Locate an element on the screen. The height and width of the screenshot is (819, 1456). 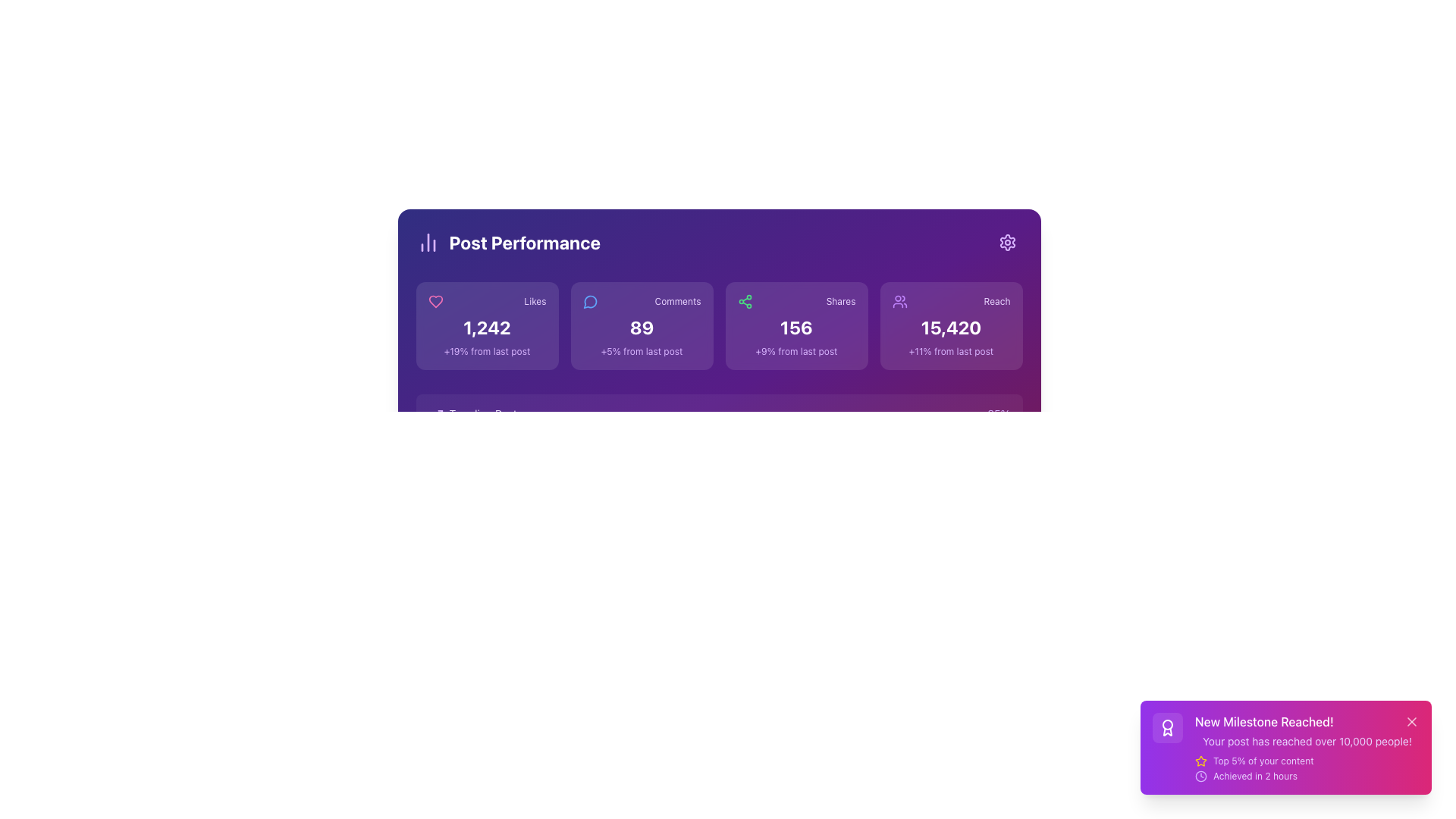
the star-shaped icon filled with vibrant yellow color located in the bottom-right corner near the 'New Milestone Reached!' notification panel, to the left of the close button ('X') is located at coordinates (1200, 761).